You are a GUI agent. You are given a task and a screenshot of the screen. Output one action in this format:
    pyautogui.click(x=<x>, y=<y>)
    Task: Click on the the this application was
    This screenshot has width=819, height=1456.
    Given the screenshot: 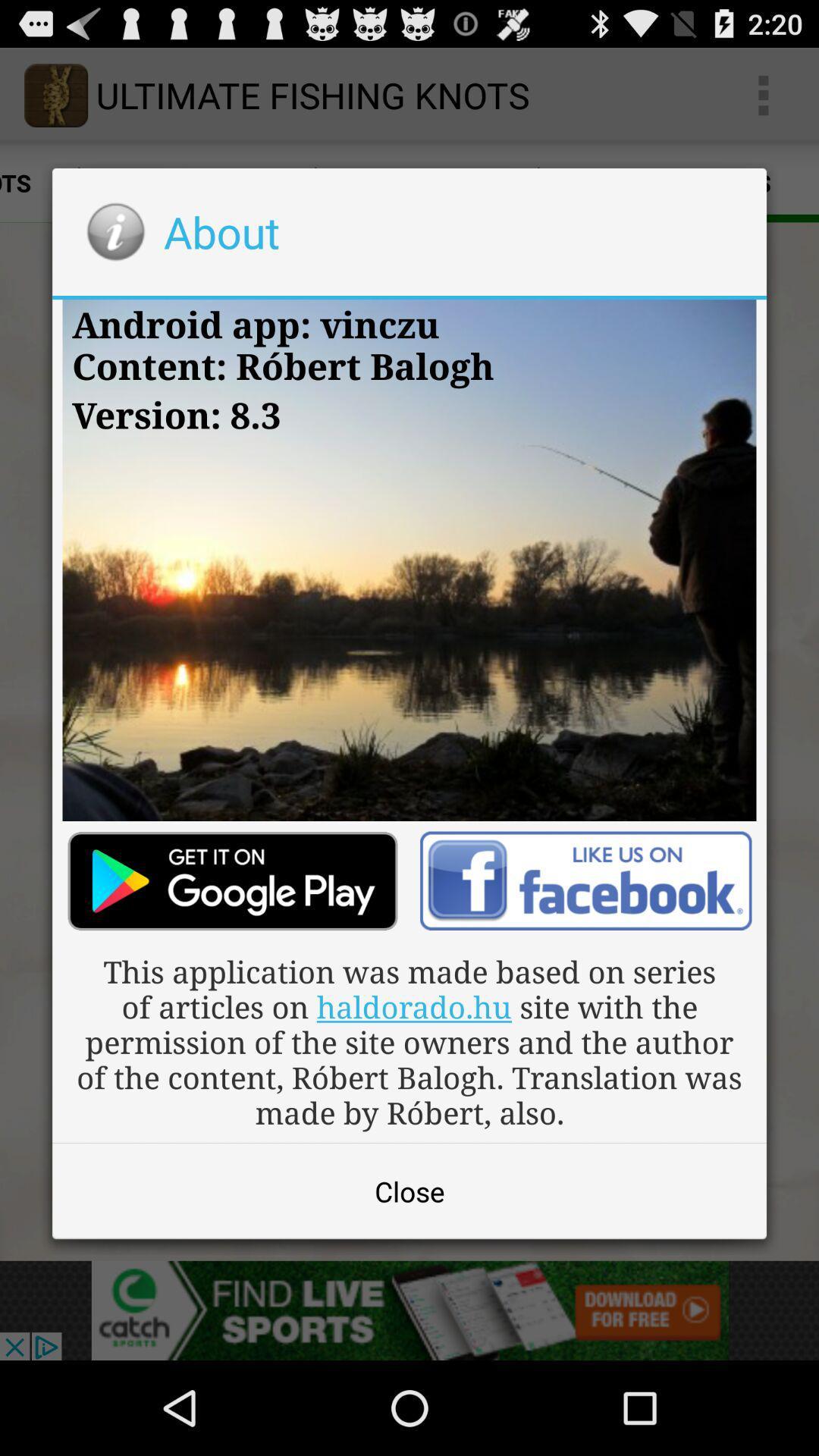 What is the action you would take?
    pyautogui.click(x=409, y=1040)
    